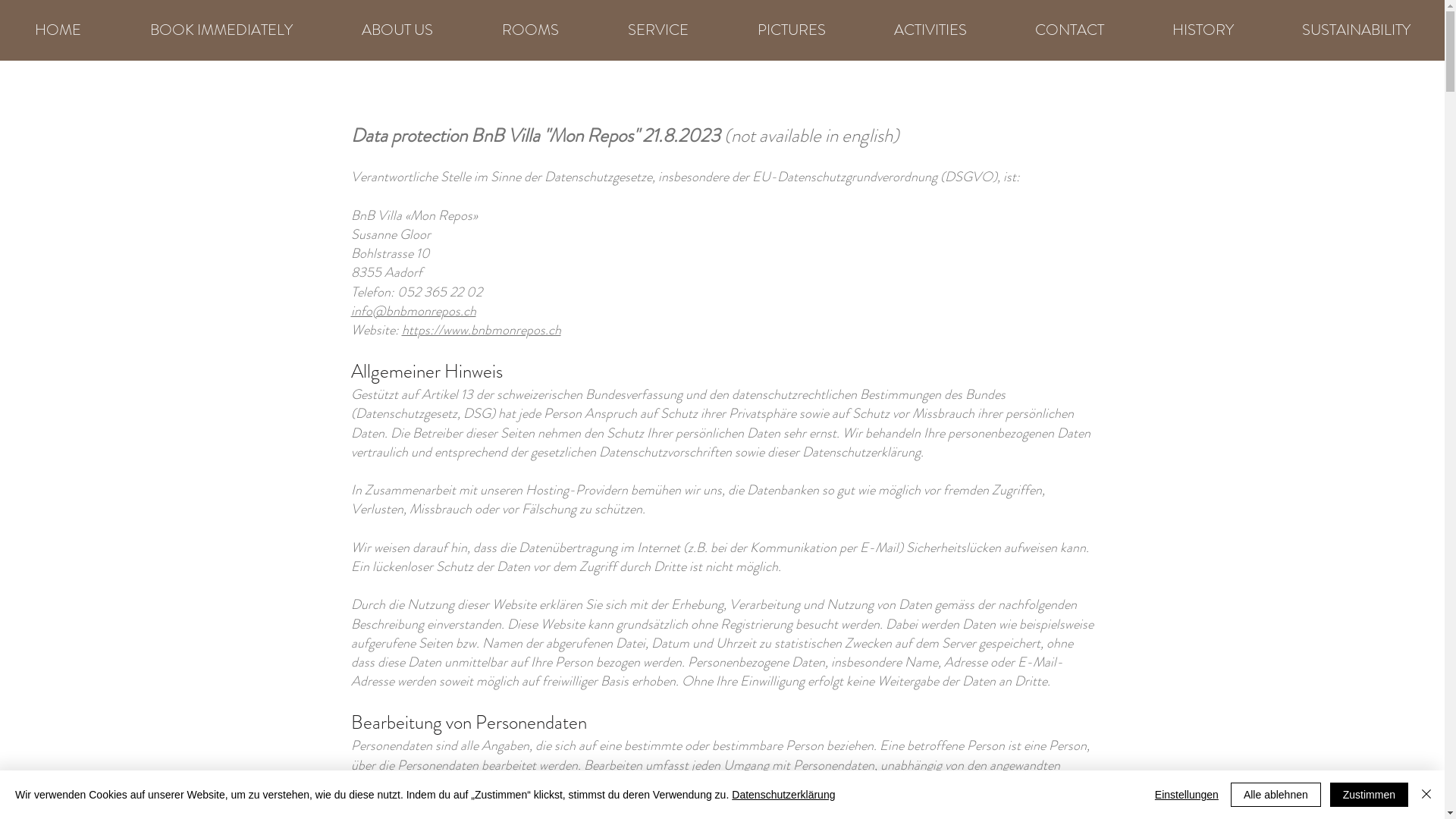  I want to click on 'Alle ablehnen', so click(1275, 794).